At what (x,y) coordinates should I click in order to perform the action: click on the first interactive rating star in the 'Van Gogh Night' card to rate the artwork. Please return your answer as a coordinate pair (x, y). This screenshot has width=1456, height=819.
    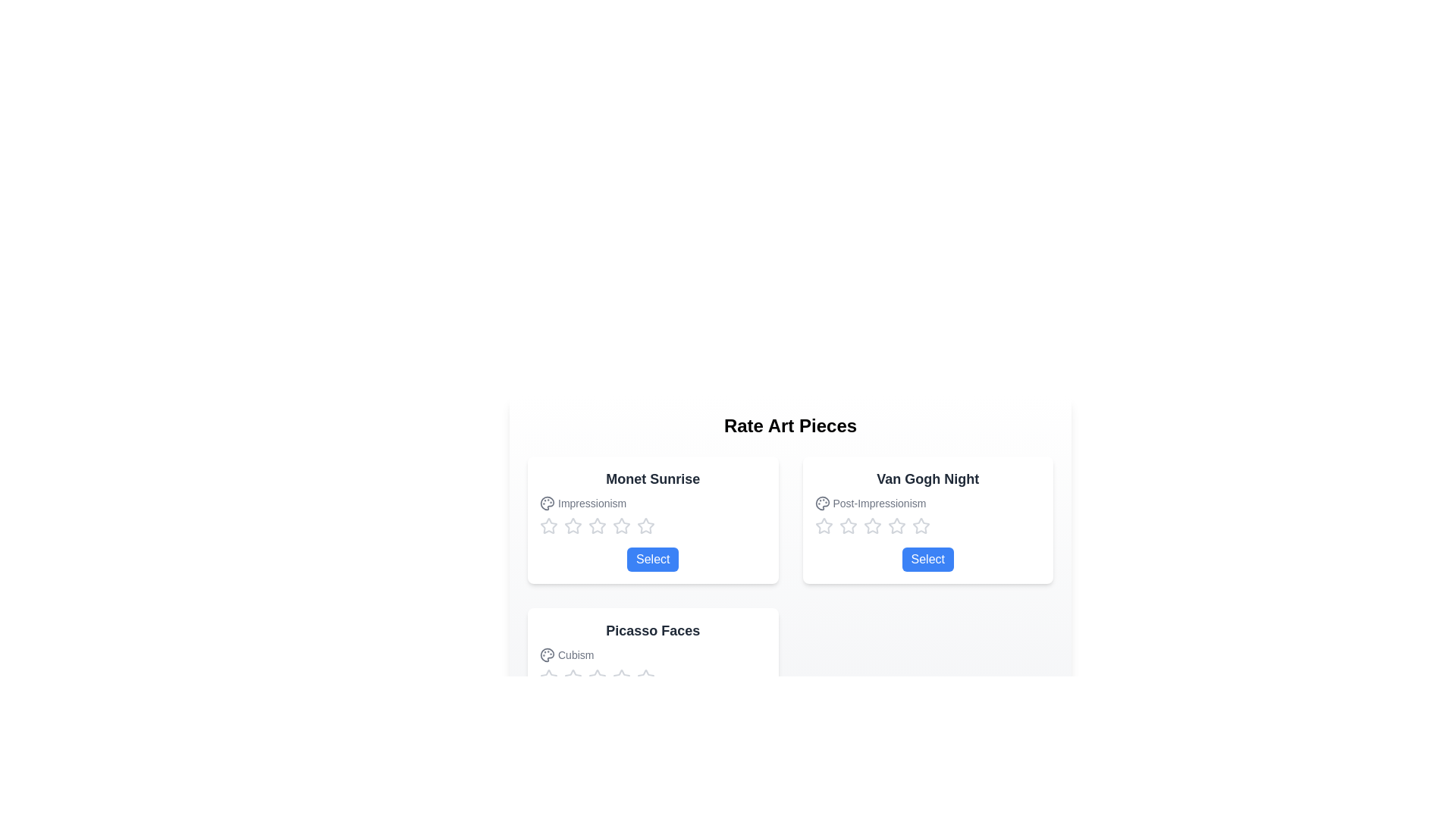
    Looking at the image, I should click on (823, 526).